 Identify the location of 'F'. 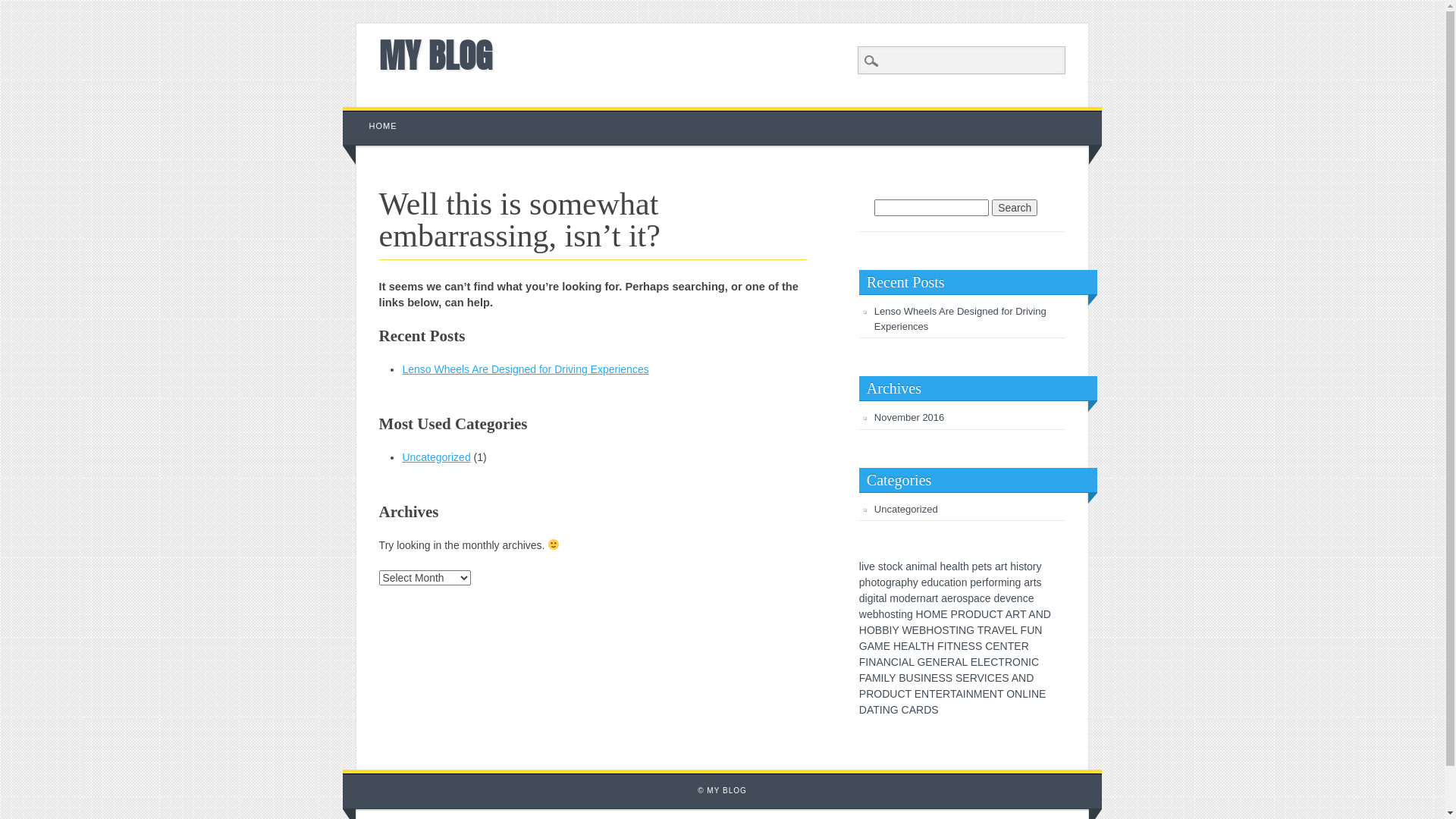
(937, 646).